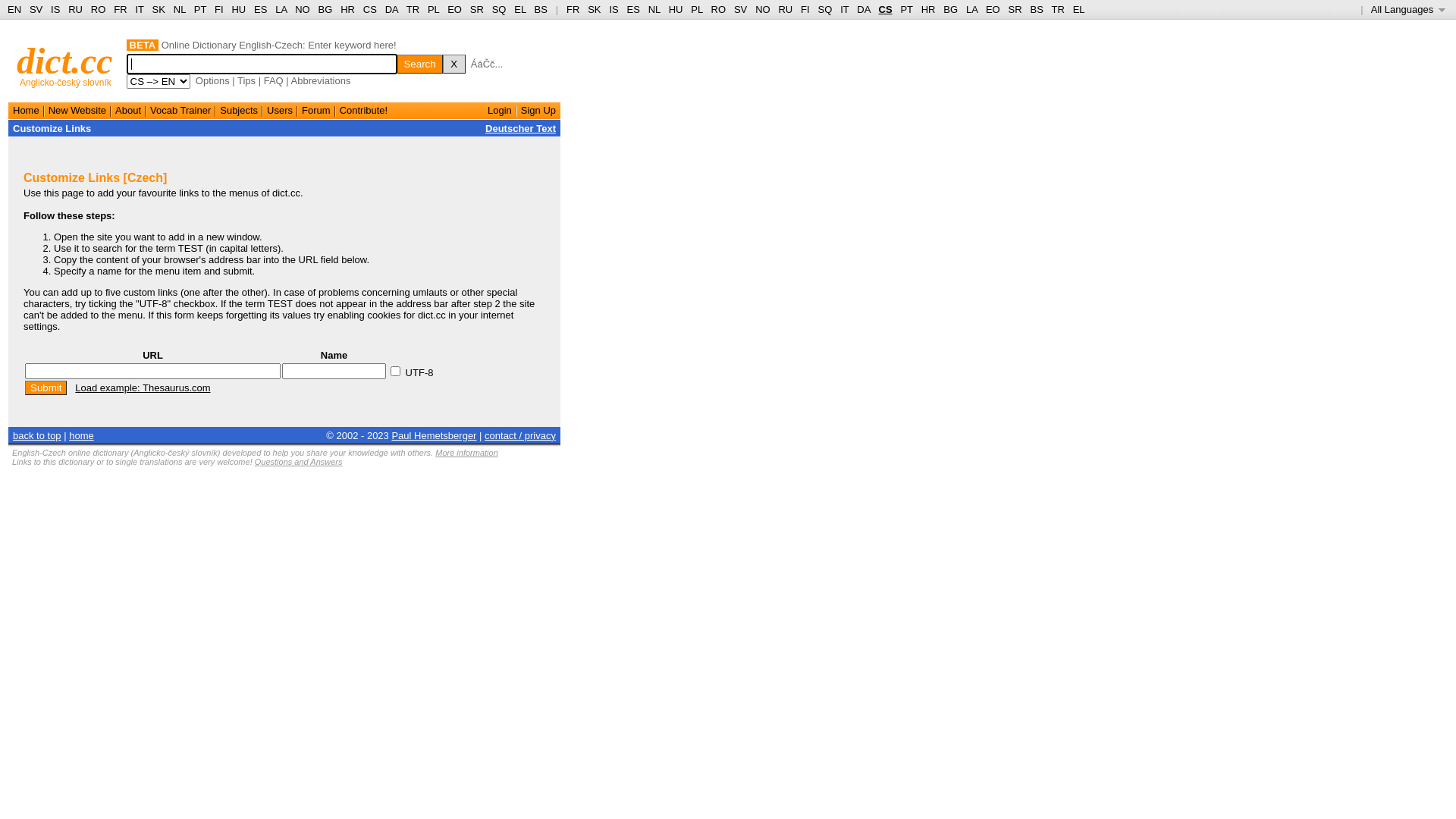 This screenshot has height=819, width=1456. I want to click on 'Questions and Answers', so click(298, 461).